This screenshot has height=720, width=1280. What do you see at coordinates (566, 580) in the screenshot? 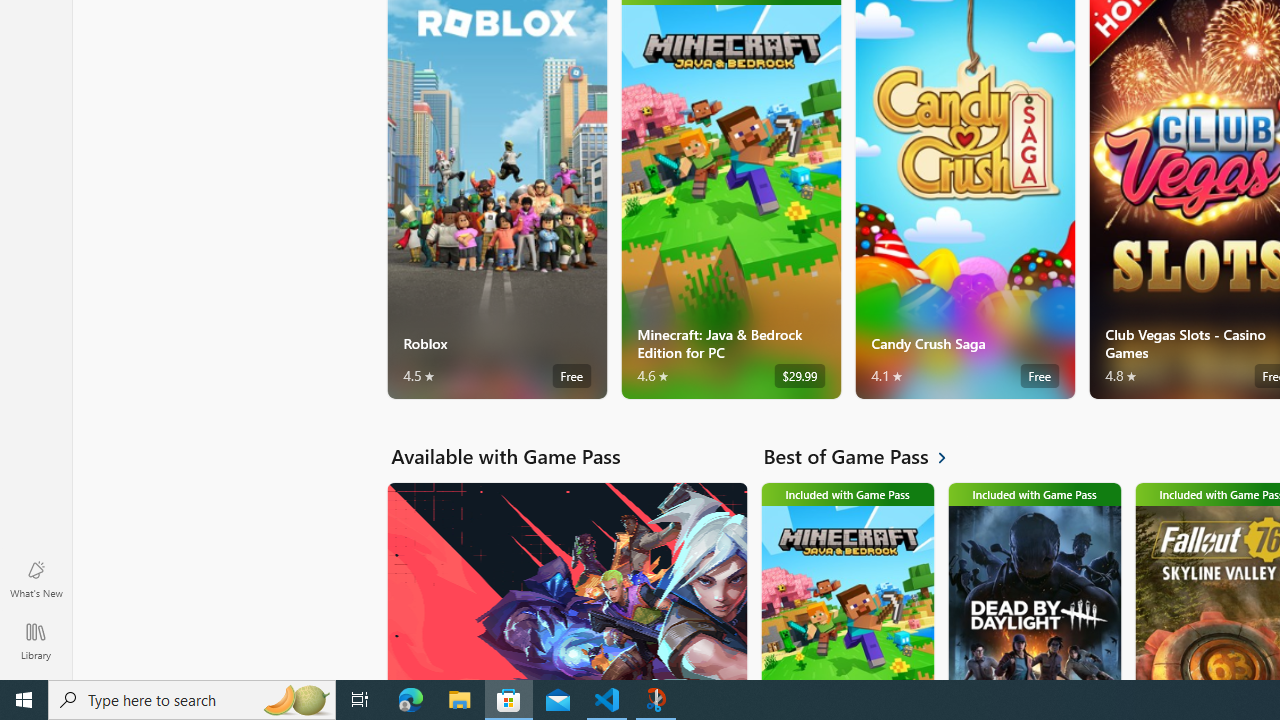
I see `'Available with Game Pass. VALORANT'` at bounding box center [566, 580].